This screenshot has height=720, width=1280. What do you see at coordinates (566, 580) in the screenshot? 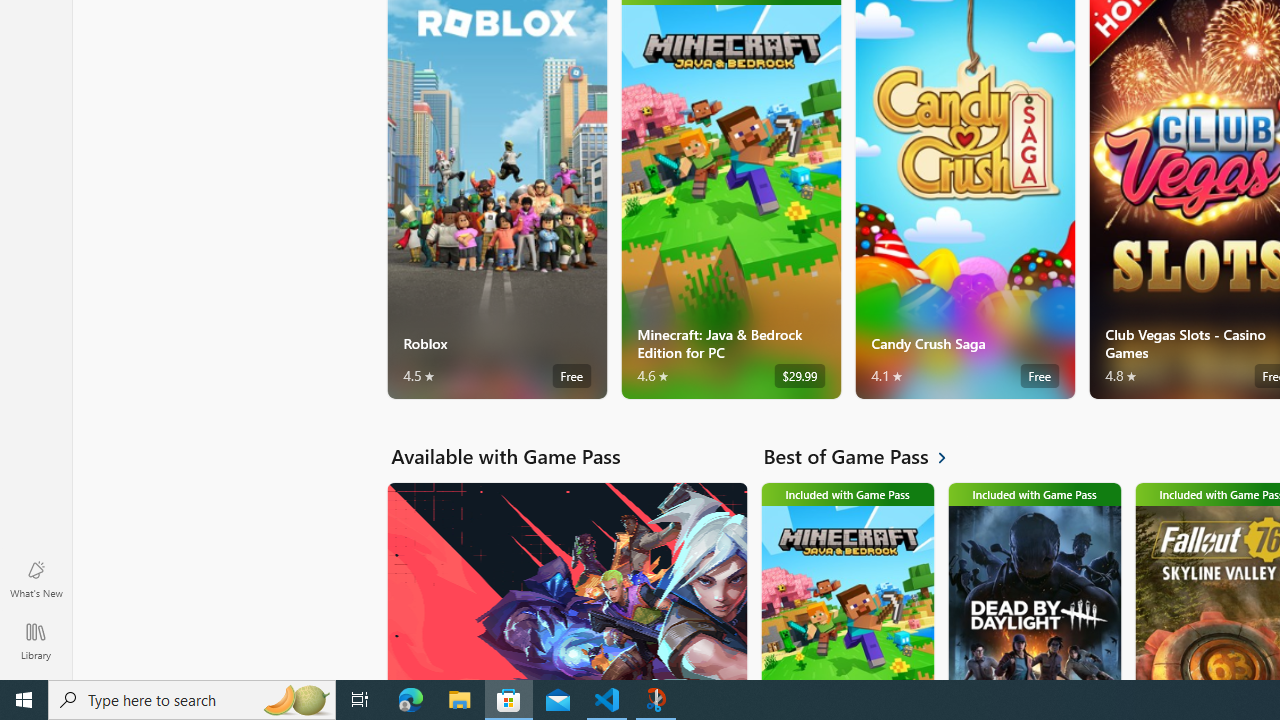
I see `'Available with Game Pass. VALORANT'` at bounding box center [566, 580].